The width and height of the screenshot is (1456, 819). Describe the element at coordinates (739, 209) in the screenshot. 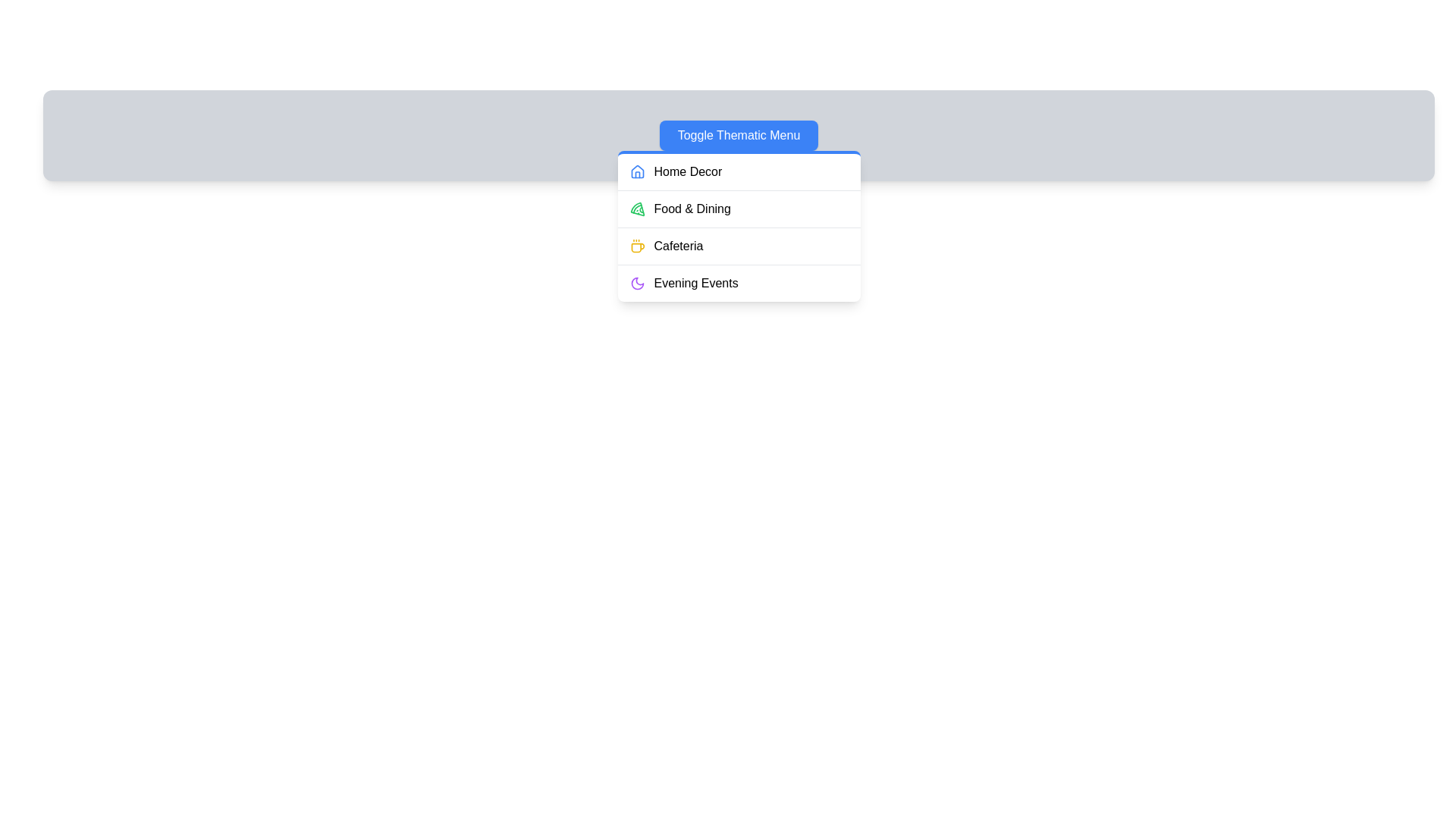

I see `the menu item Food & Dining to observe its visual feedback` at that location.